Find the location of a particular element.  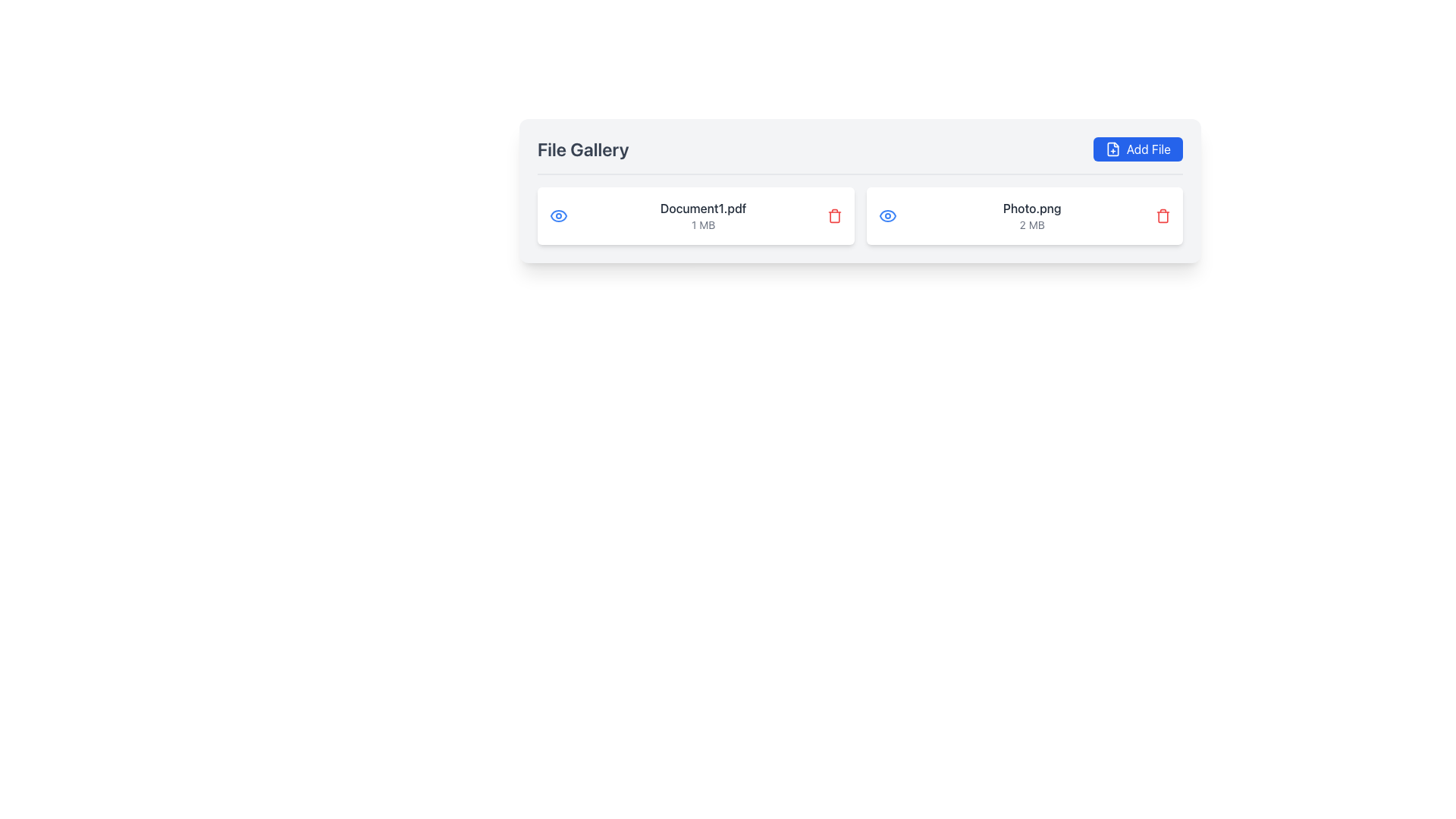

the red trash can icon is located at coordinates (1163, 216).